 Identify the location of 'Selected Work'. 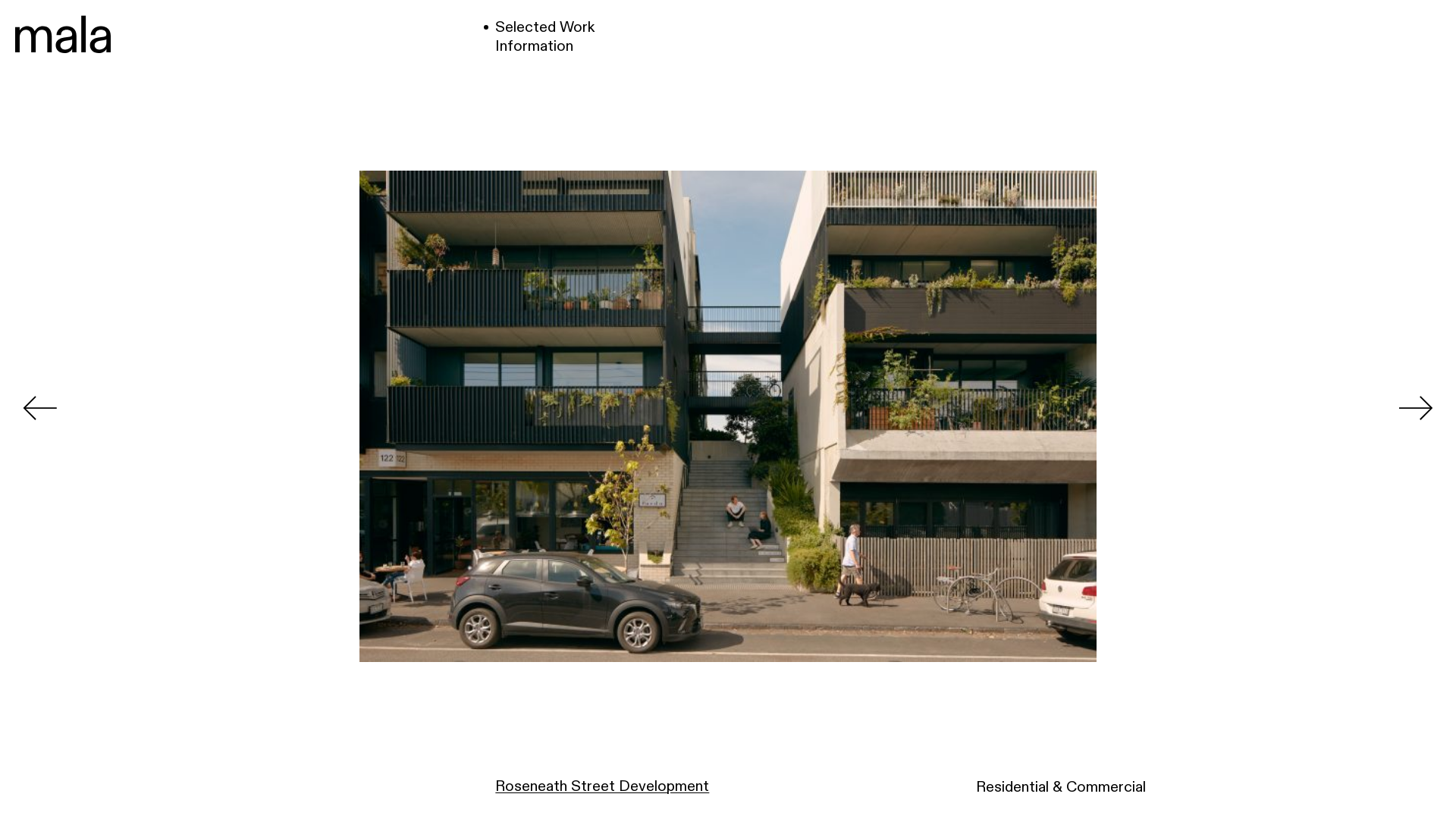
(494, 27).